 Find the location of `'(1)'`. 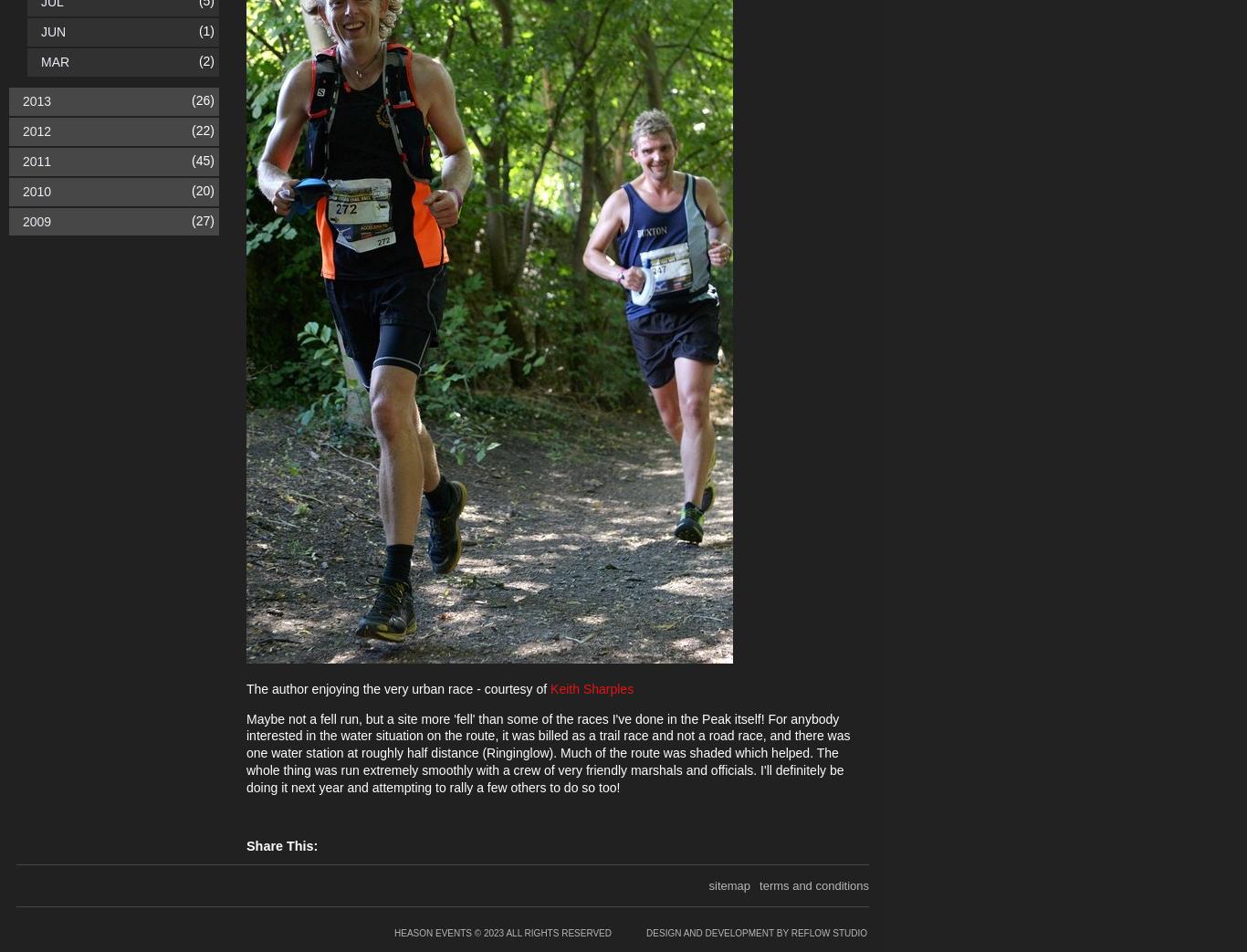

'(1)' is located at coordinates (204, 30).